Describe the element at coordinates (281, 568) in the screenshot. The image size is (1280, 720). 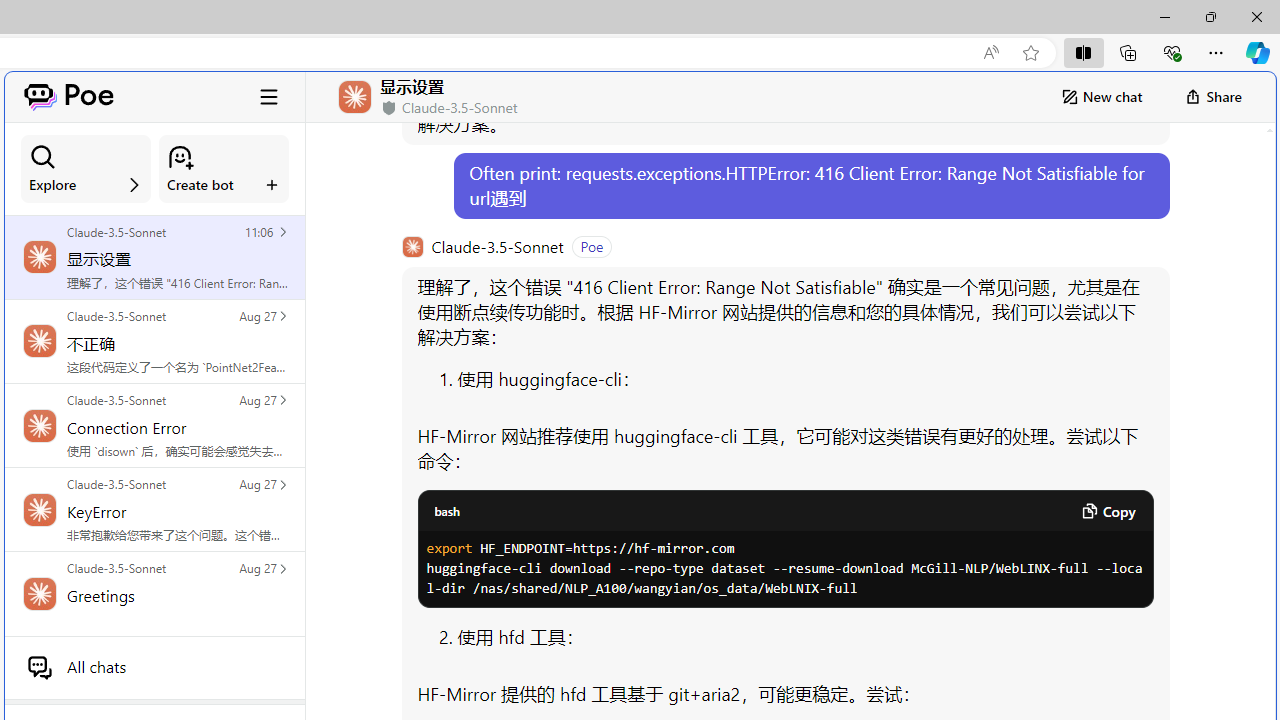
I see `'Class: ChatHistoryListItem_chevronIcon__zJZSN'` at that location.